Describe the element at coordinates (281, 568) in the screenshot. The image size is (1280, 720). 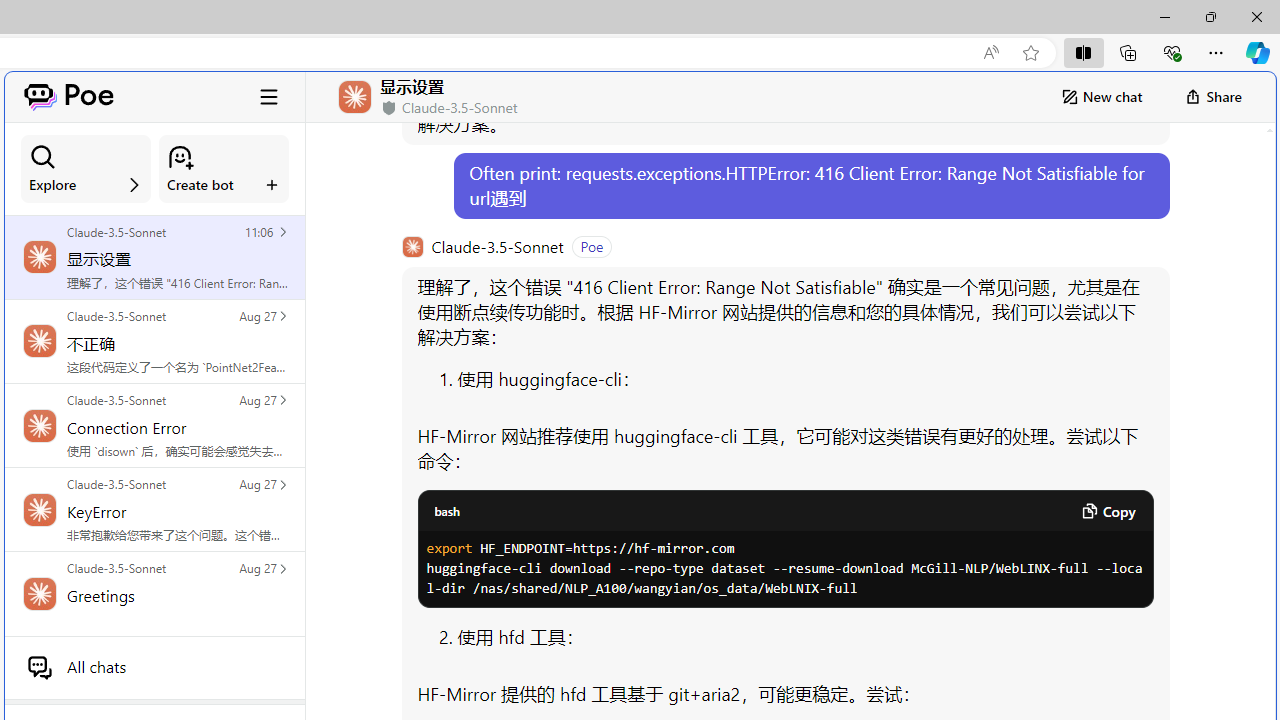
I see `'Class: ChatHistoryListItem_chevronIcon__zJZSN'` at that location.